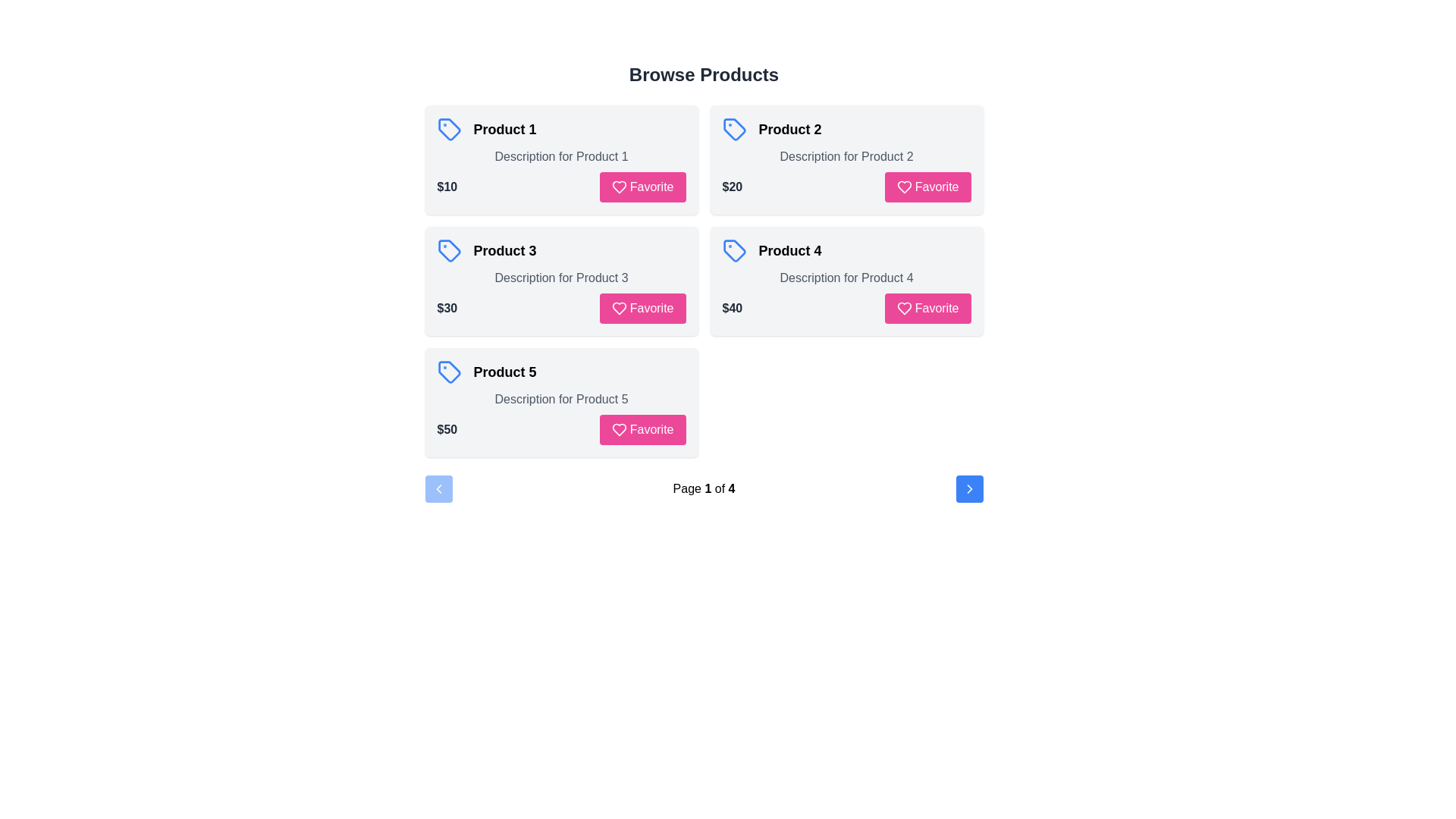 This screenshot has height=819, width=1456. What do you see at coordinates (846, 250) in the screenshot?
I see `the text display of the header labeled 'Product 4', which is located at the top-central part of the panel` at bounding box center [846, 250].